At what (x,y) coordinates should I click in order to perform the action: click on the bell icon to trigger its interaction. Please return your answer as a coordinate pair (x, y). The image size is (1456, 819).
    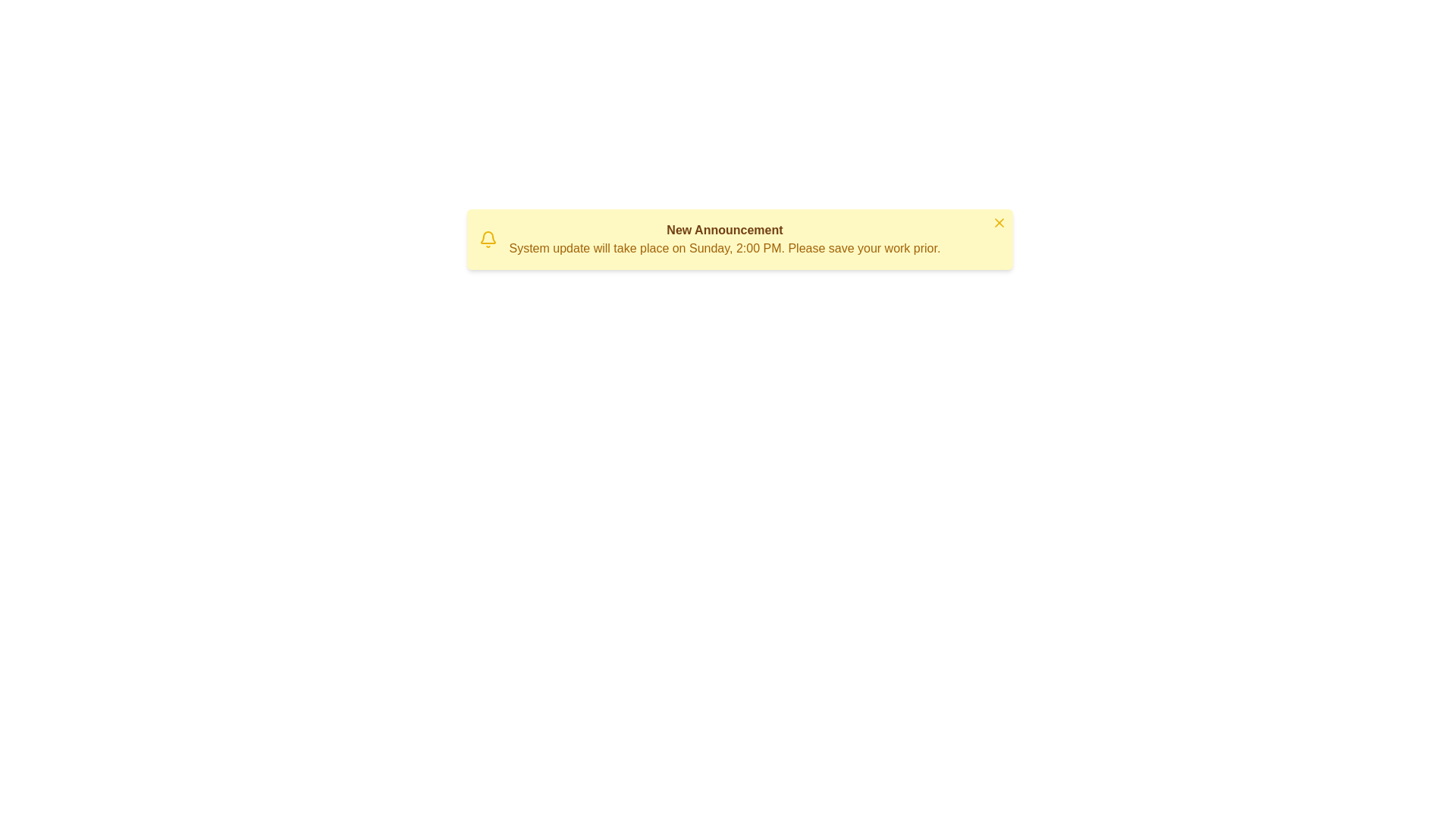
    Looking at the image, I should click on (488, 239).